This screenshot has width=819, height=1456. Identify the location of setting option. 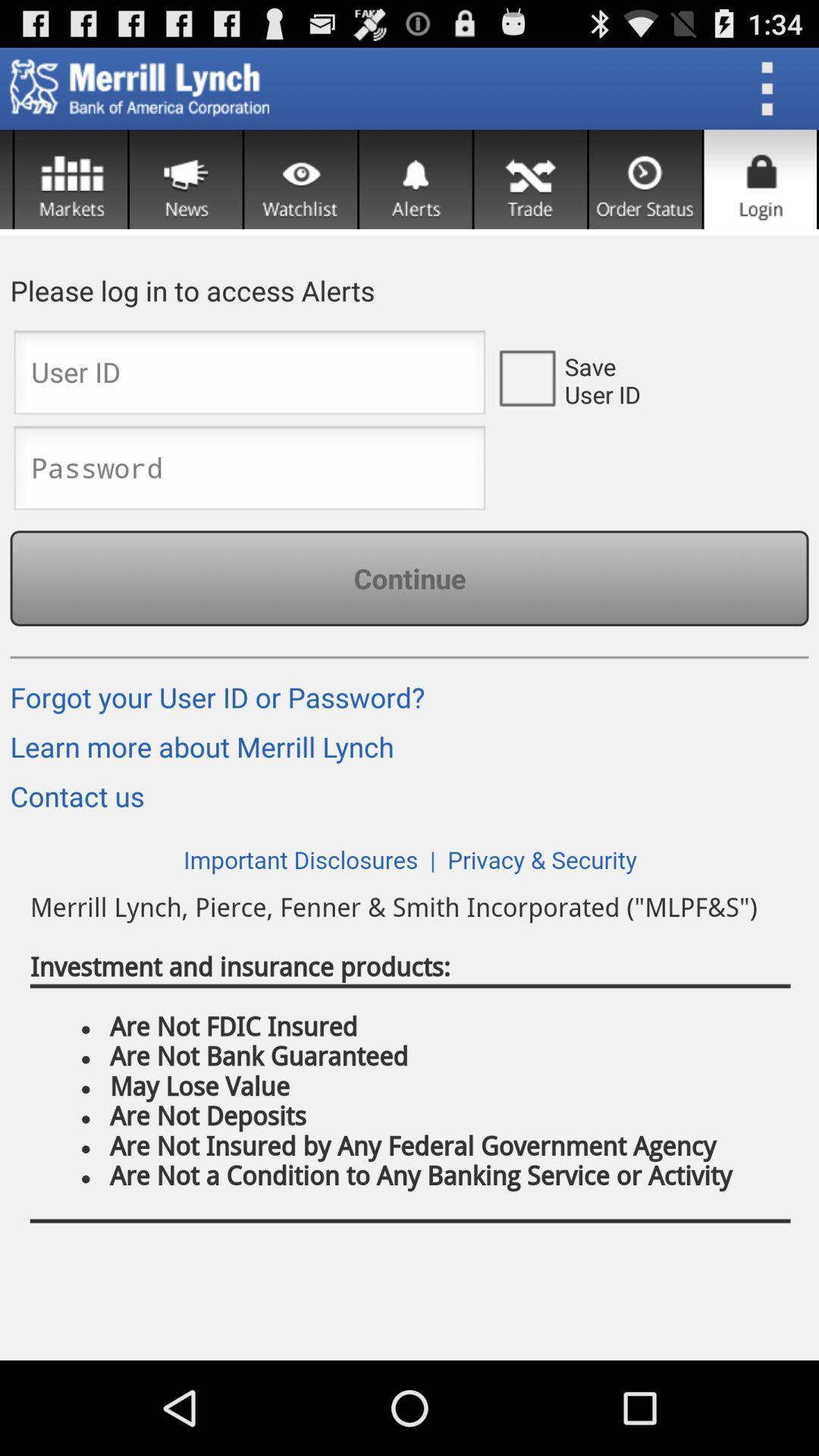
(529, 179).